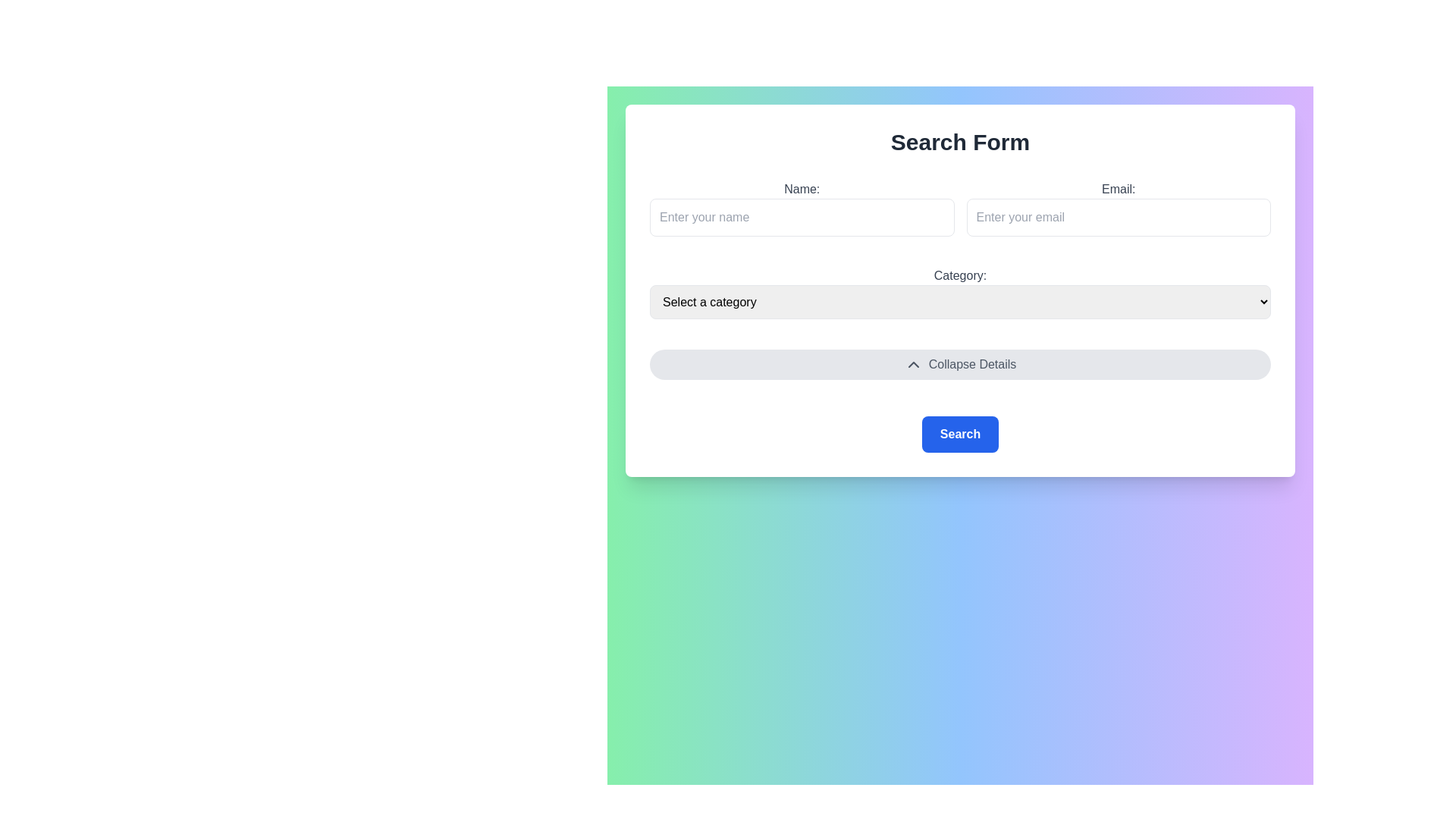  What do you see at coordinates (959, 275) in the screenshot?
I see `the text label reading 'Category:' which is styled in medium-sized, sans-serif font and positioned above the dropdown menu in the 'Search Form' interface` at bounding box center [959, 275].